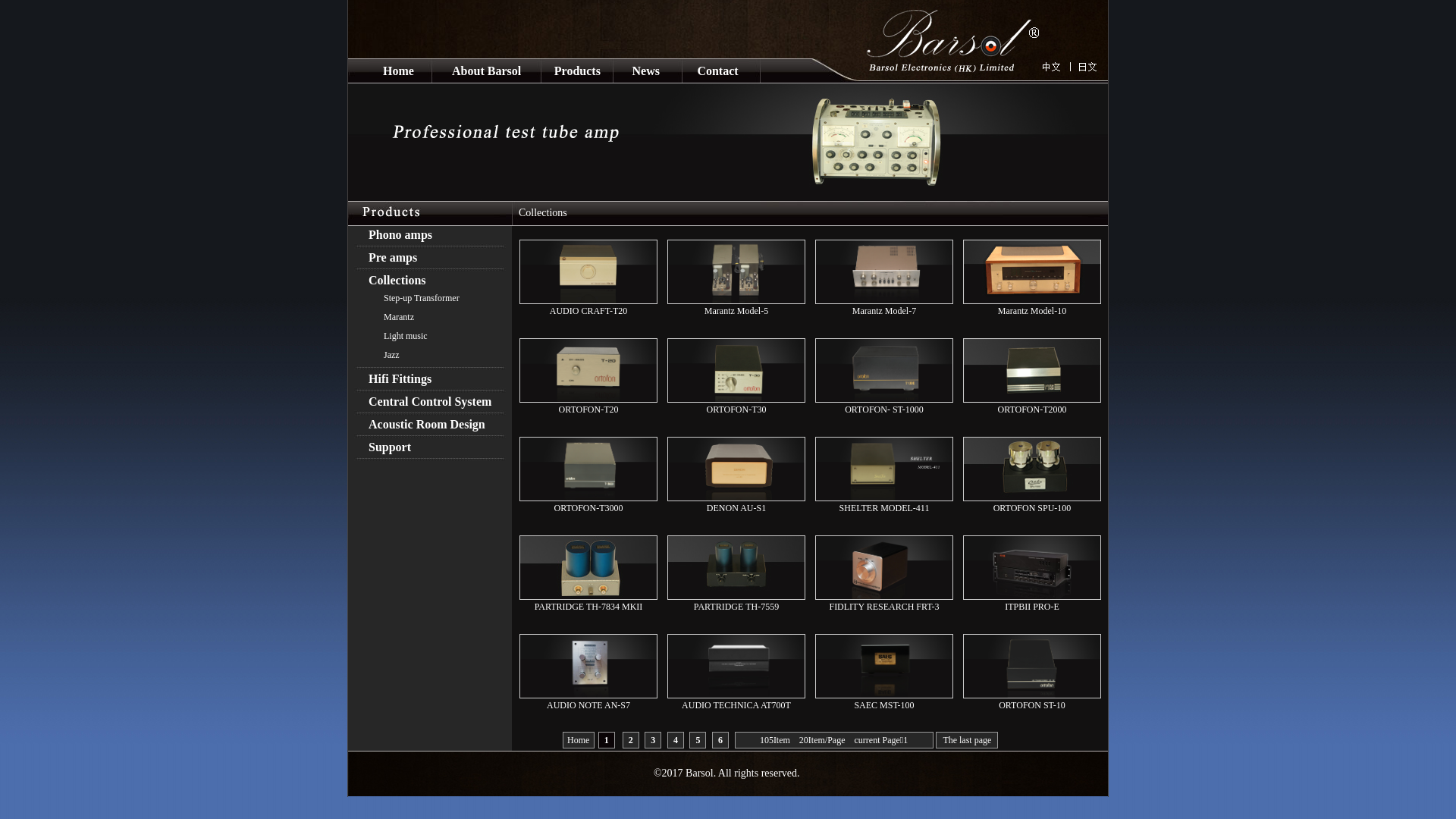  Describe the element at coordinates (1031, 704) in the screenshot. I see `'ORTOFON ST-10'` at that location.